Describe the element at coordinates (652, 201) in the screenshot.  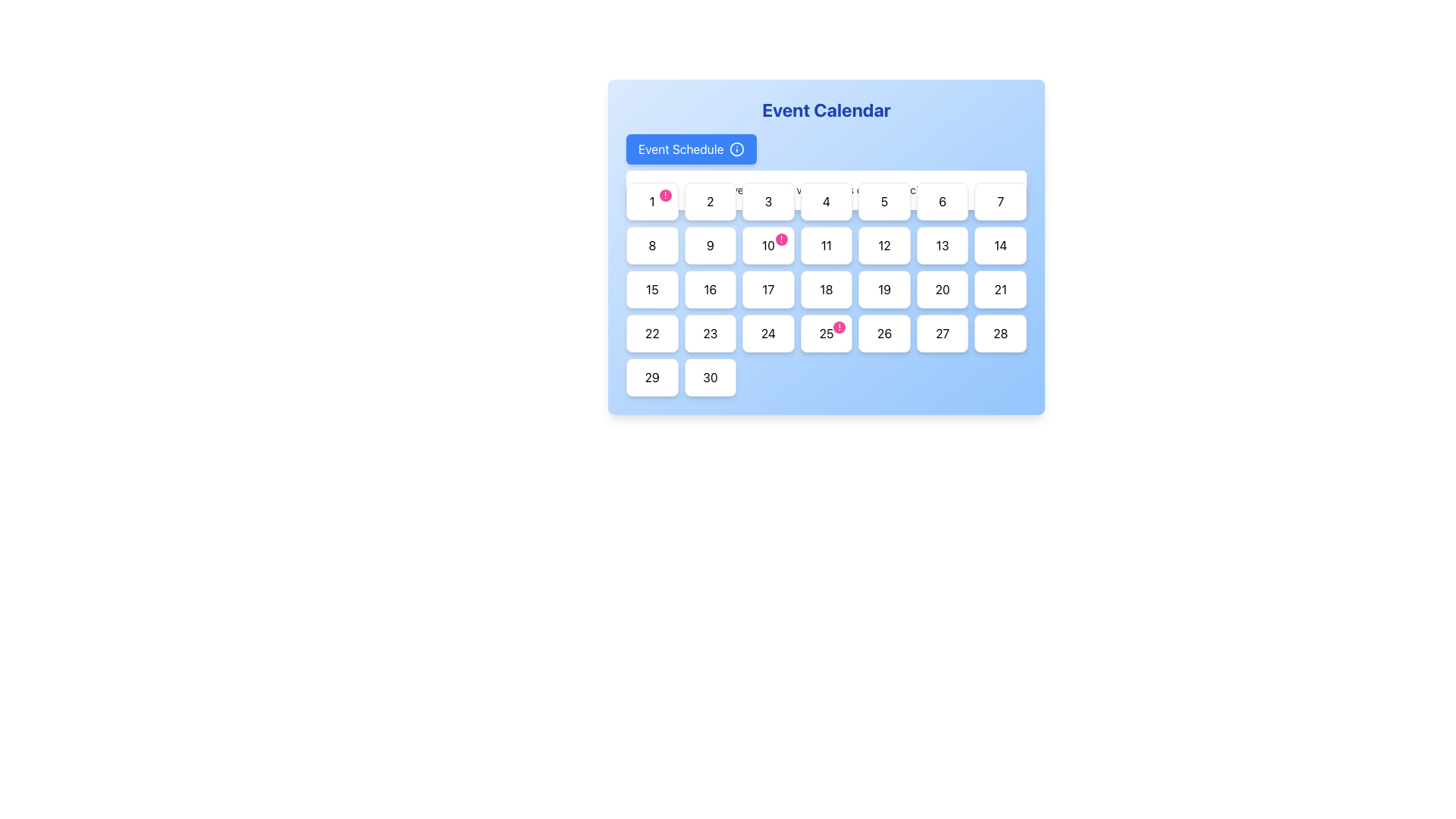
I see `on the first day of the calendar with a badge indicator` at that location.